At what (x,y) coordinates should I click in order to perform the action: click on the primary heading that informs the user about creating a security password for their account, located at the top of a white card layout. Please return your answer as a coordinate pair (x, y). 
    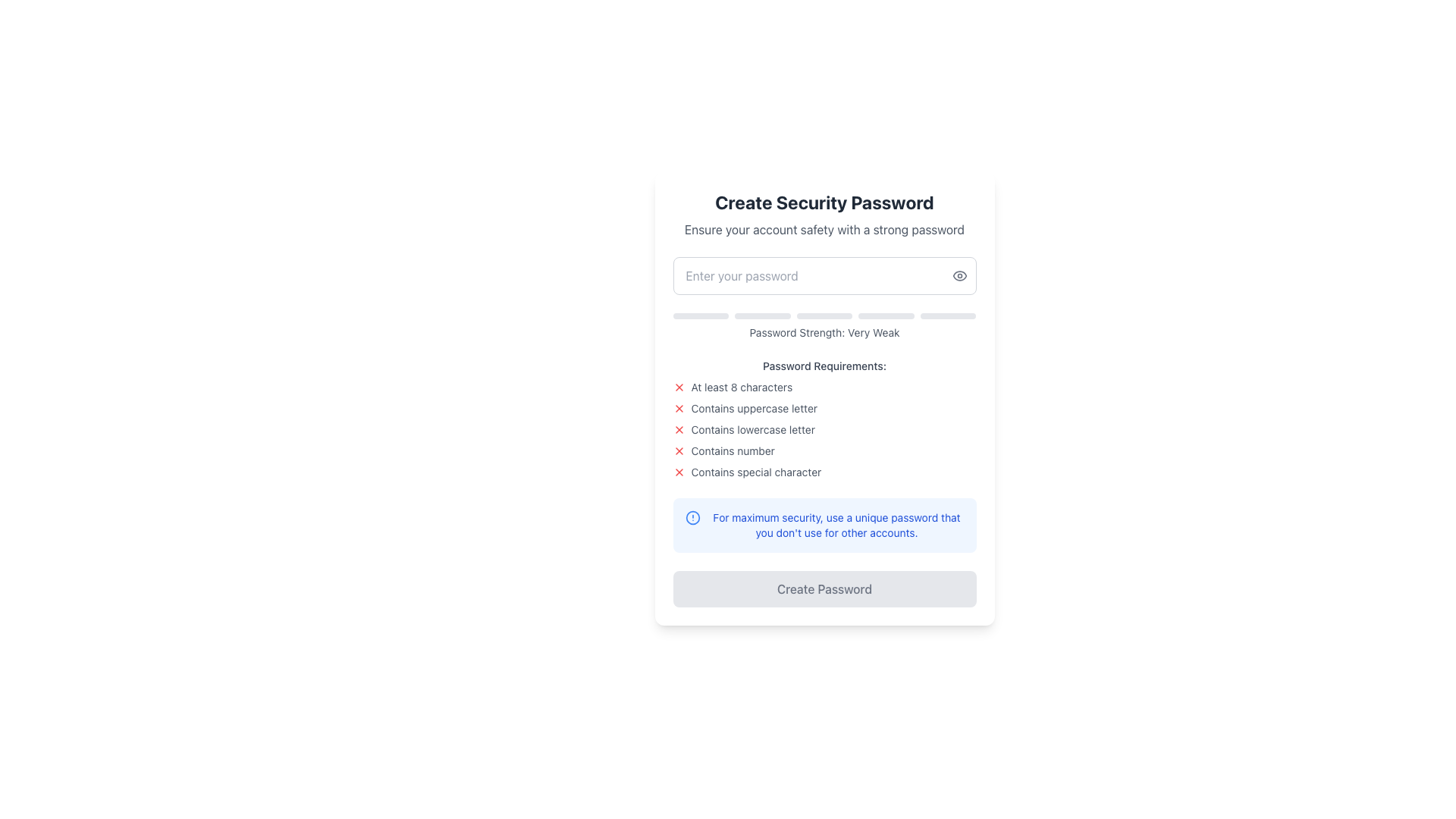
    Looking at the image, I should click on (824, 201).